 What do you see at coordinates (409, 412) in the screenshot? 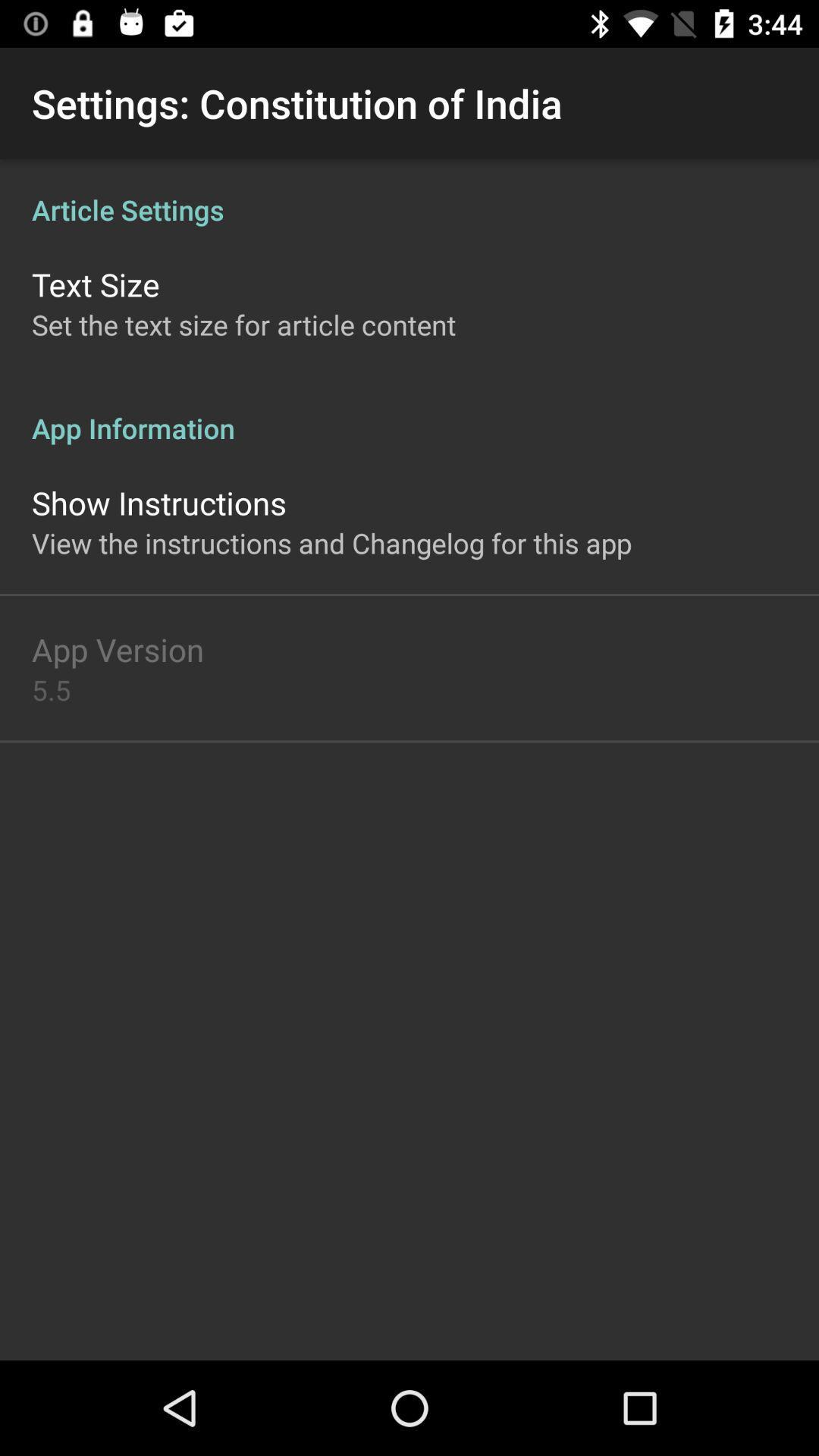
I see `app above show instructions app` at bounding box center [409, 412].